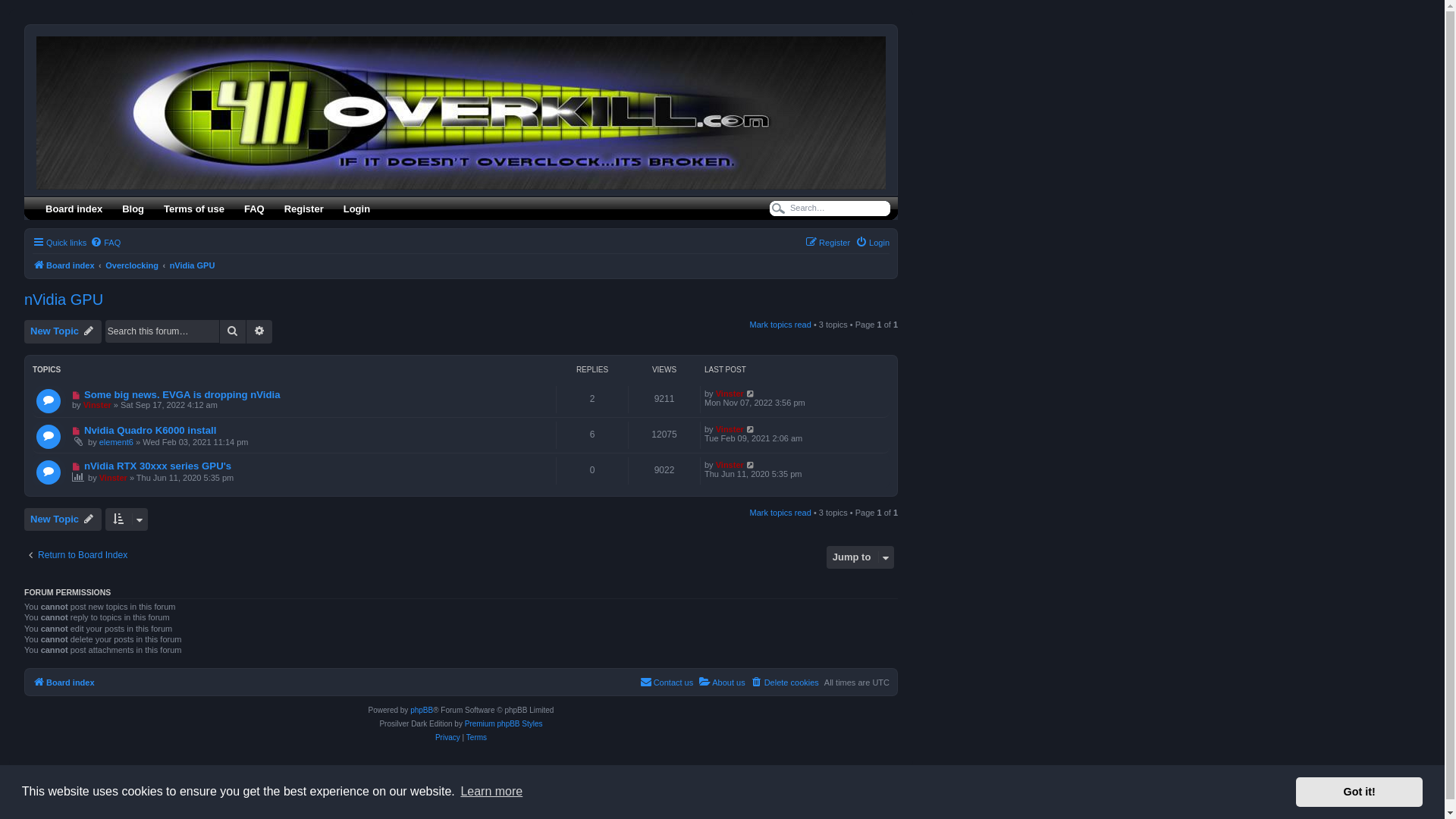  I want to click on 'Terms', so click(475, 736).